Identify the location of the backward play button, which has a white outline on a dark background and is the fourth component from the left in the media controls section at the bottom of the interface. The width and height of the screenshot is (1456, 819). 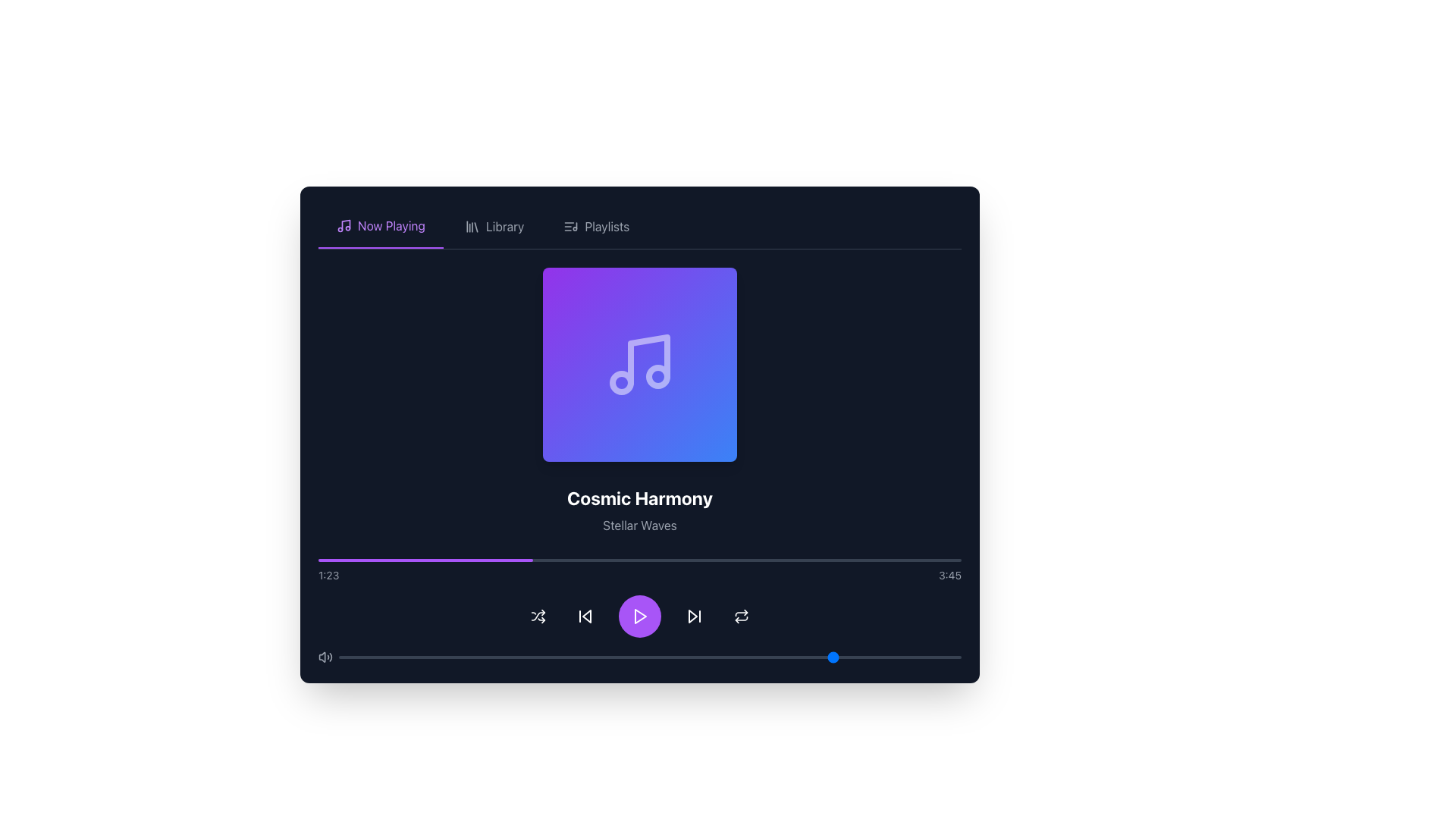
(585, 617).